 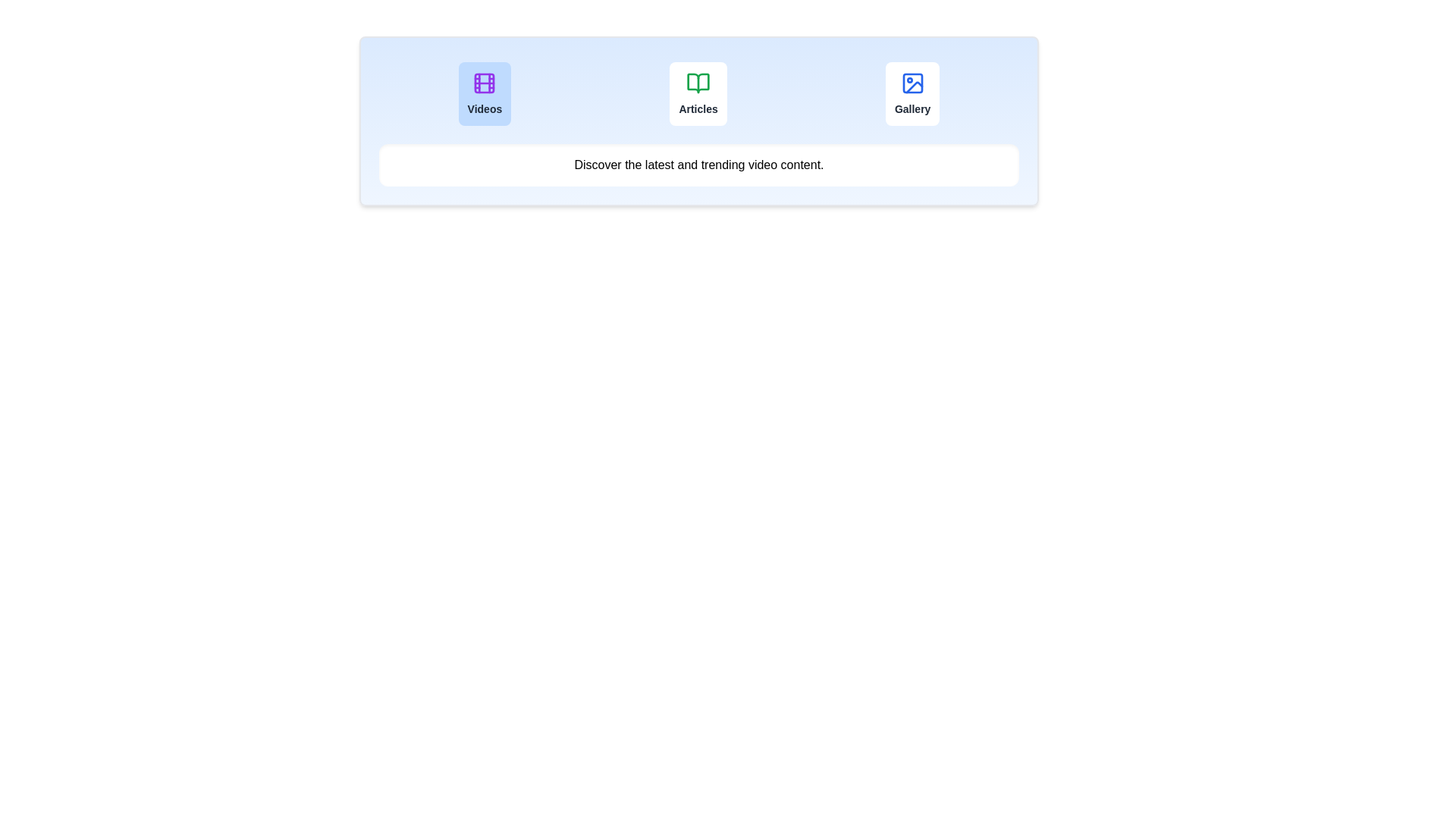 I want to click on the Articles tab, so click(x=698, y=93).